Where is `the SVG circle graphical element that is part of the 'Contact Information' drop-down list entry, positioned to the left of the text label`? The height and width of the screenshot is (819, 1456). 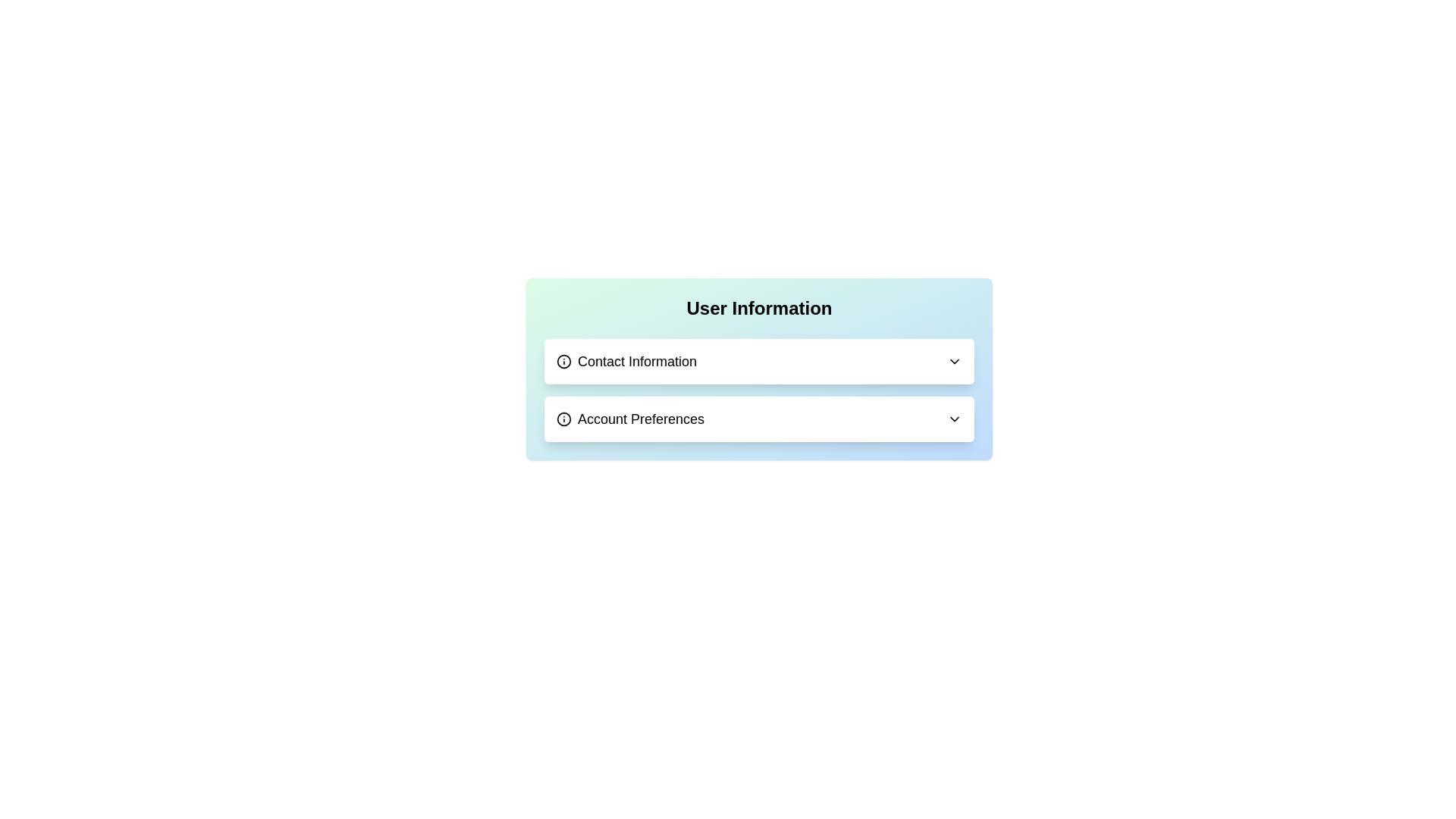
the SVG circle graphical element that is part of the 'Contact Information' drop-down list entry, positioned to the left of the text label is located at coordinates (563, 419).